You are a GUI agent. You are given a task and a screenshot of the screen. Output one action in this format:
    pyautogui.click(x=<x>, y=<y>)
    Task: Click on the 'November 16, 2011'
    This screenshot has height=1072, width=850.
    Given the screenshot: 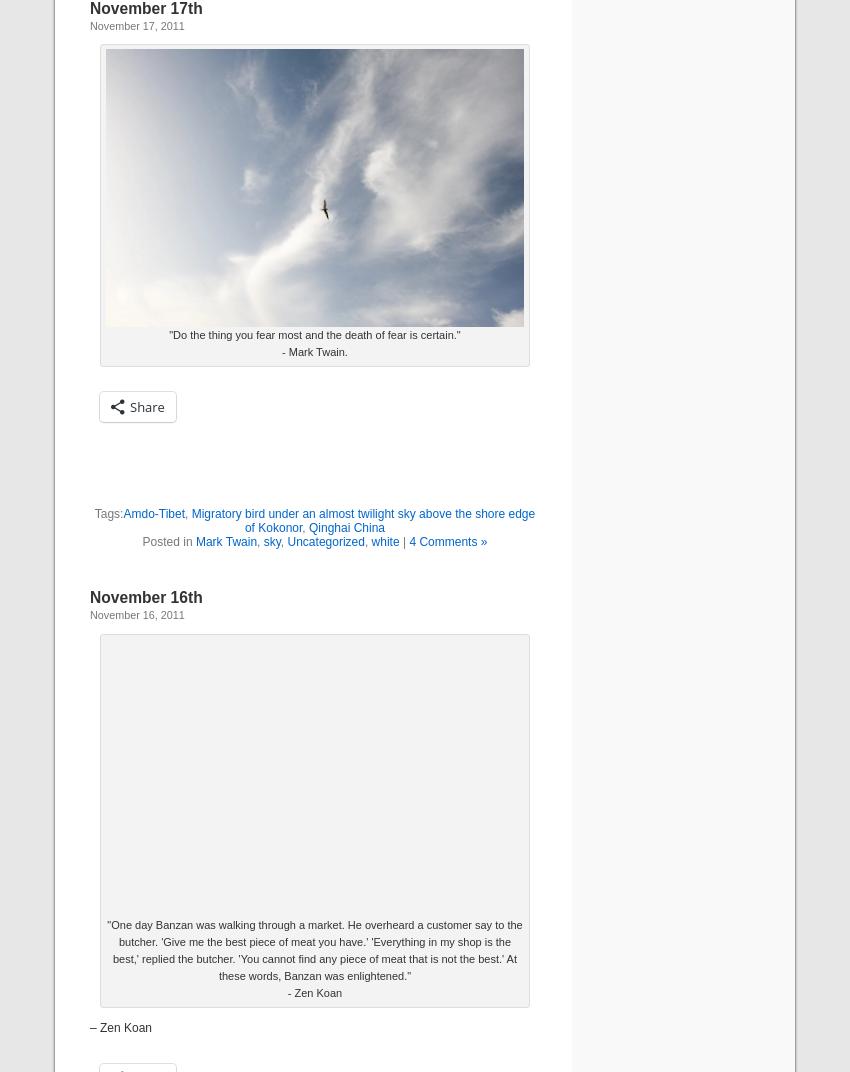 What is the action you would take?
    pyautogui.click(x=137, y=615)
    